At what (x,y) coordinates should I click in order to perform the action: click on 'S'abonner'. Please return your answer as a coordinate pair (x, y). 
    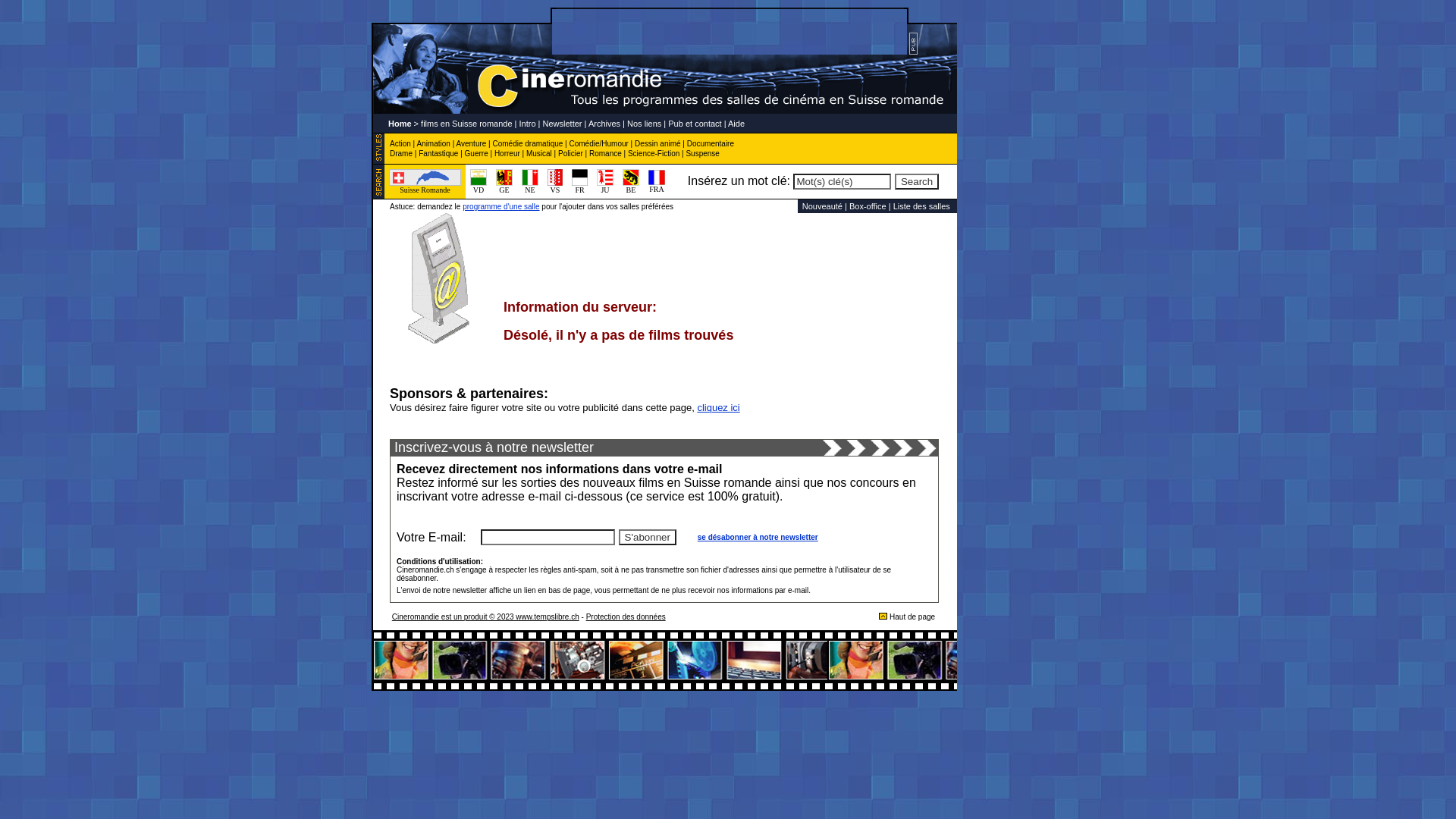
    Looking at the image, I should click on (648, 536).